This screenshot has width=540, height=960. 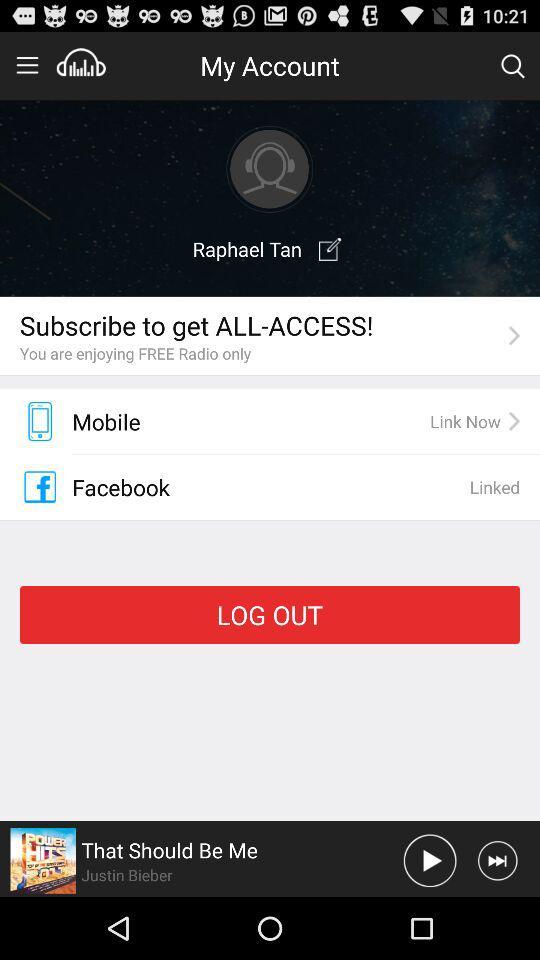 I want to click on the avatar icon, so click(x=269, y=179).